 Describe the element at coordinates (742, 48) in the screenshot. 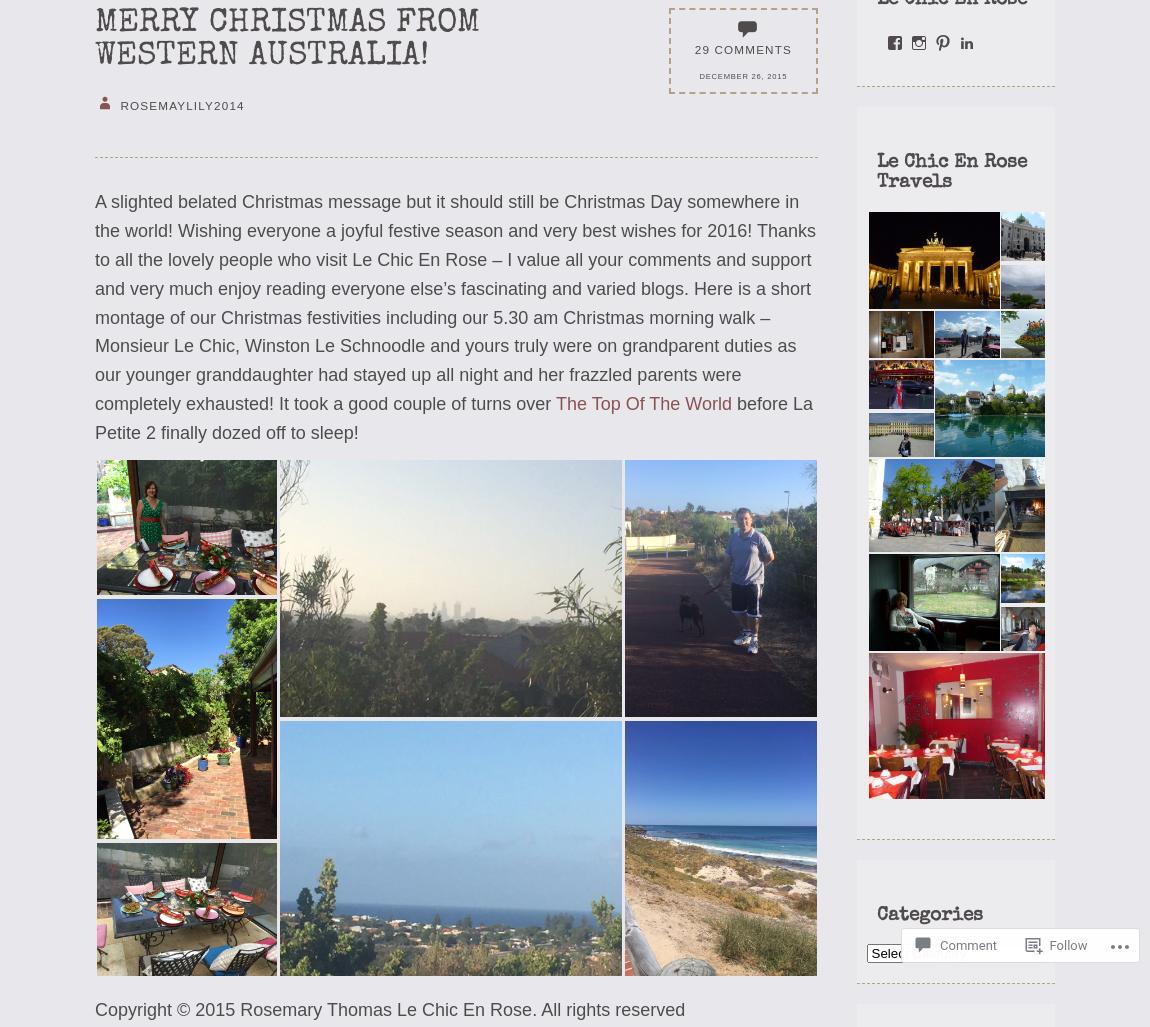

I see `'29 comments'` at that location.